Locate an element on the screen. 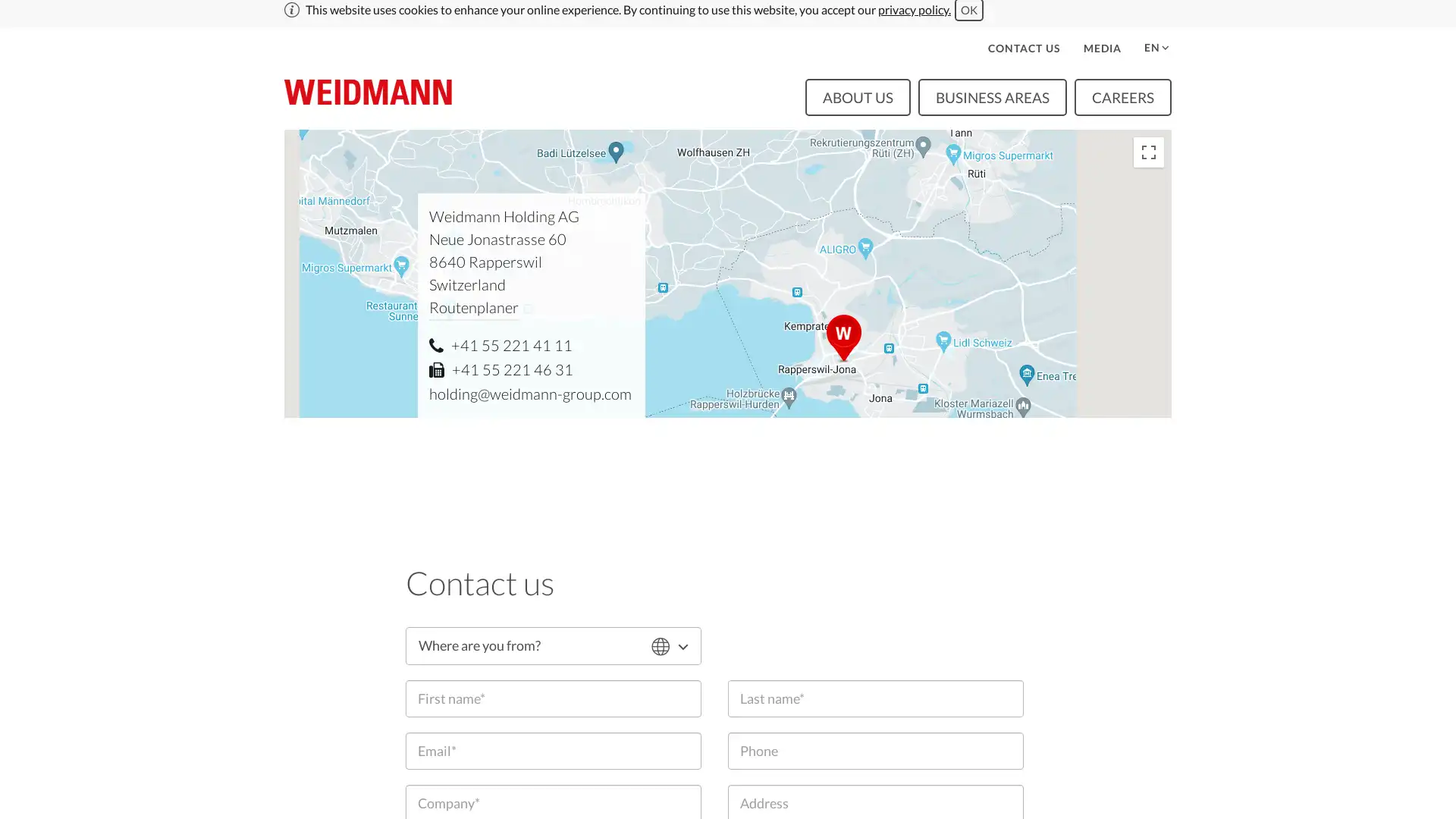  Zoom out is located at coordinates (1149, 522).